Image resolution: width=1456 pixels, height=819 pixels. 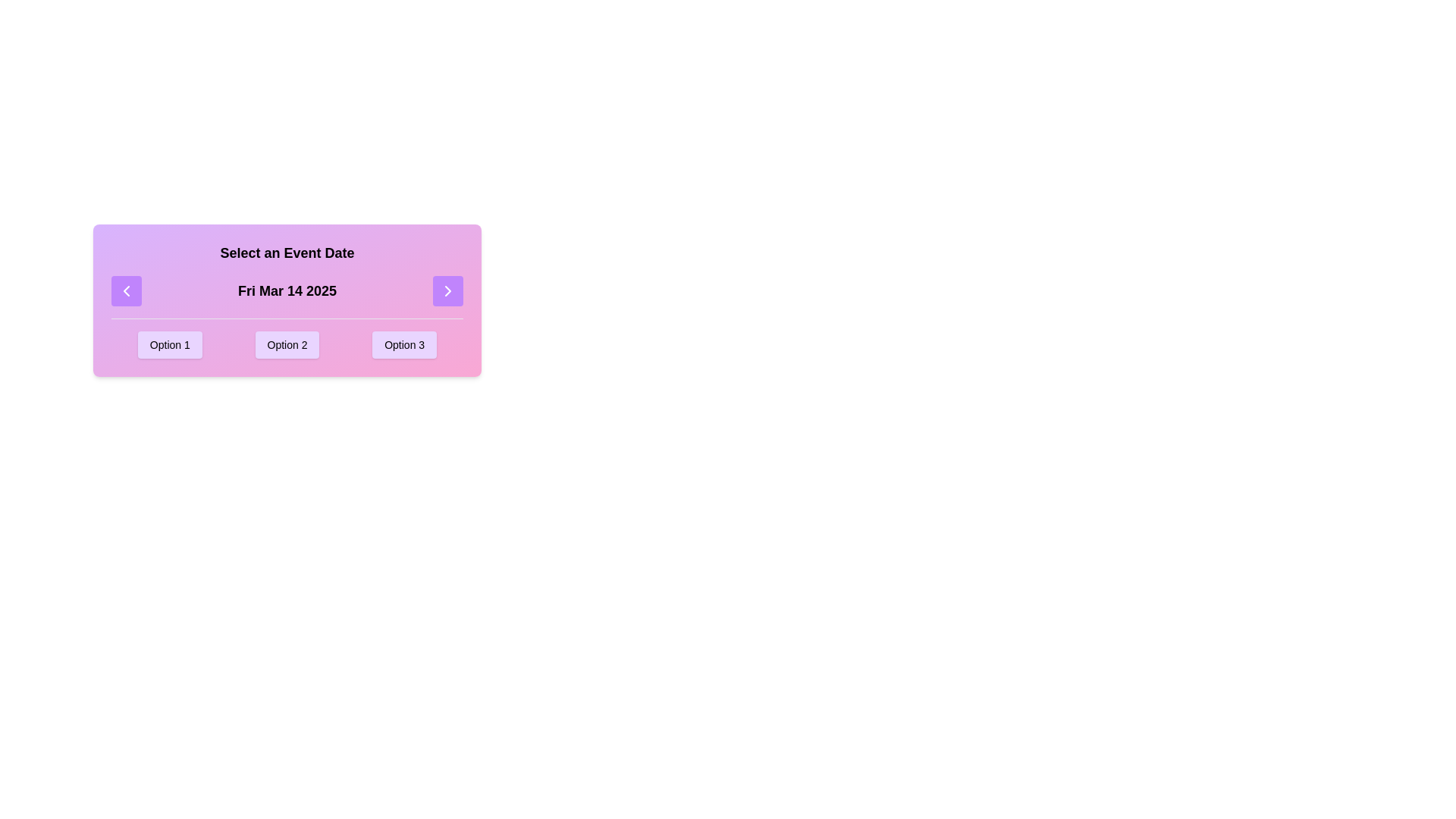 What do you see at coordinates (170, 345) in the screenshot?
I see `the first button labeled 'Option 1'` at bounding box center [170, 345].